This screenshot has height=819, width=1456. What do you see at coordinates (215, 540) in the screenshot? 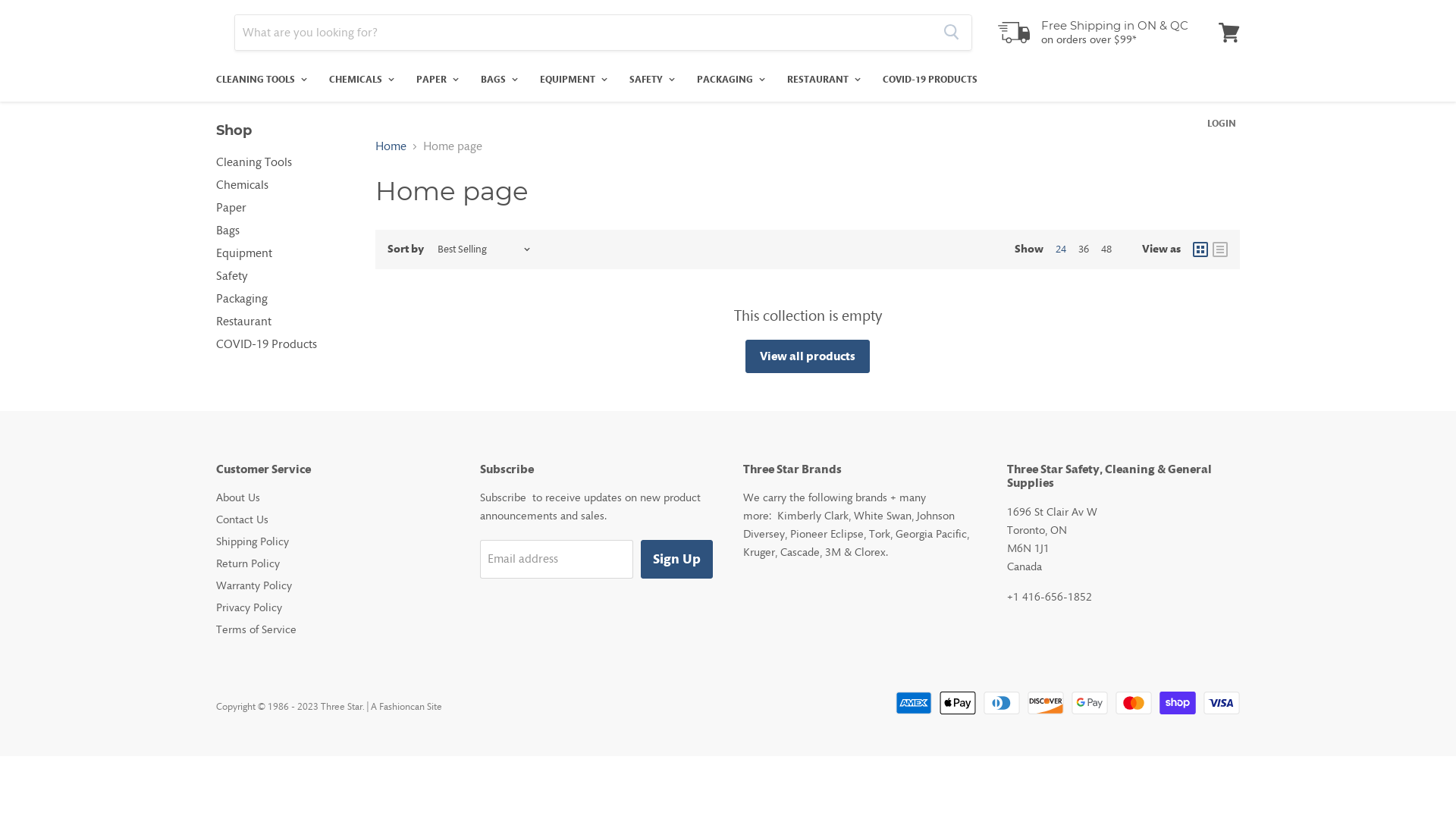
I see `'Shipping Policy'` at bounding box center [215, 540].